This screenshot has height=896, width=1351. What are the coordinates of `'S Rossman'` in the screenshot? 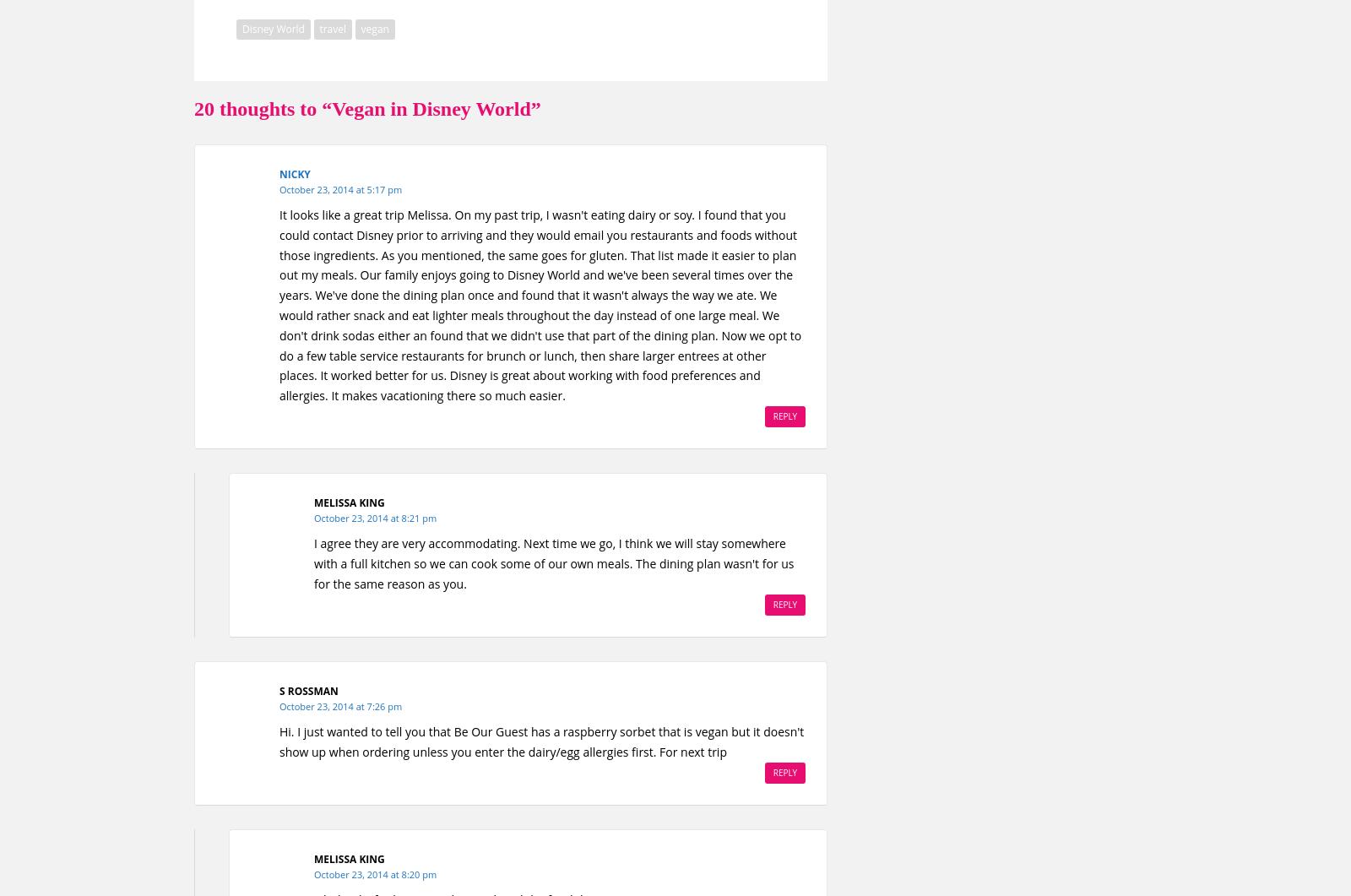 It's located at (279, 690).